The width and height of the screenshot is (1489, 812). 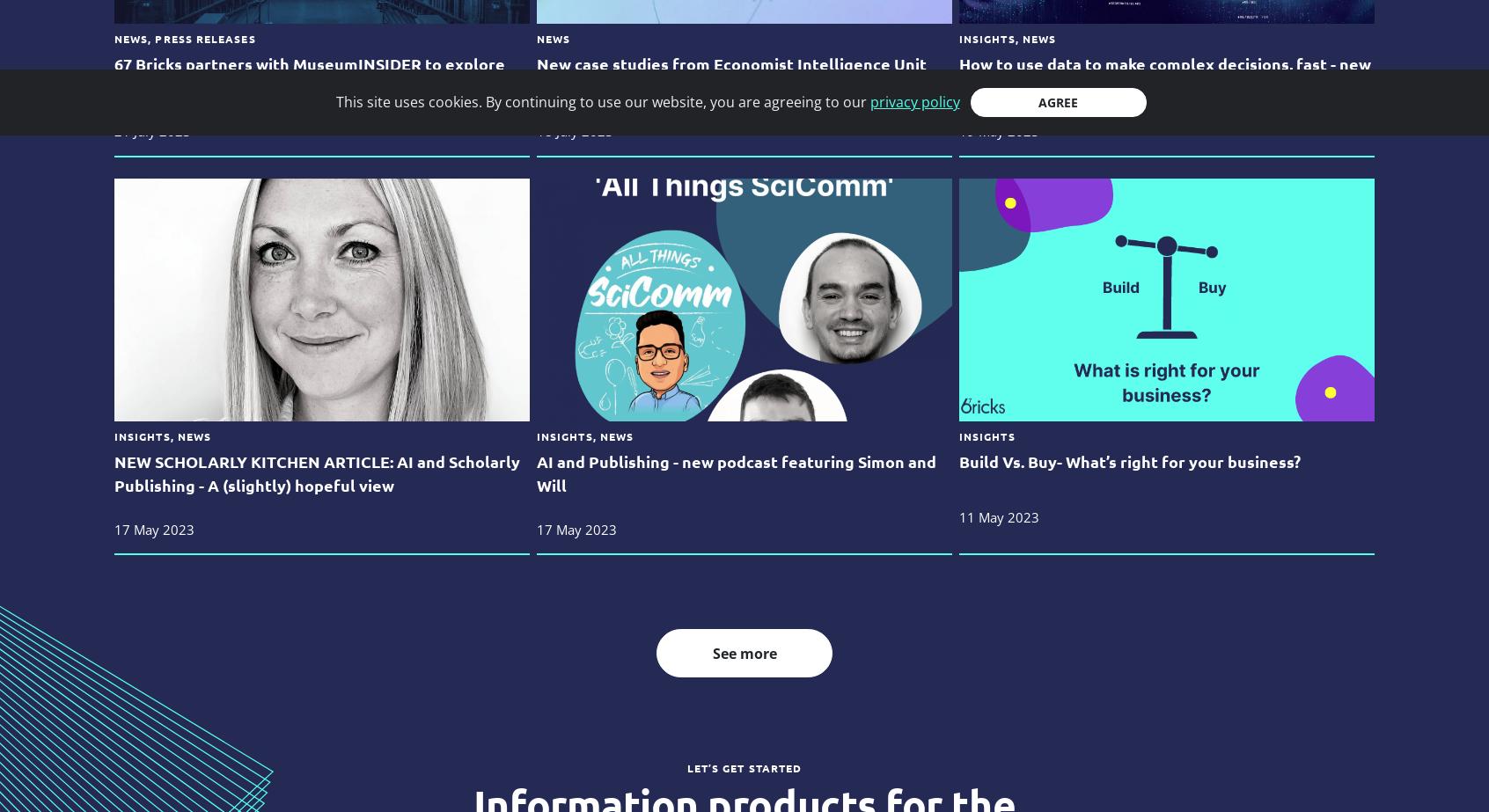 I want to click on 'News, Press Releases', so click(x=183, y=38).